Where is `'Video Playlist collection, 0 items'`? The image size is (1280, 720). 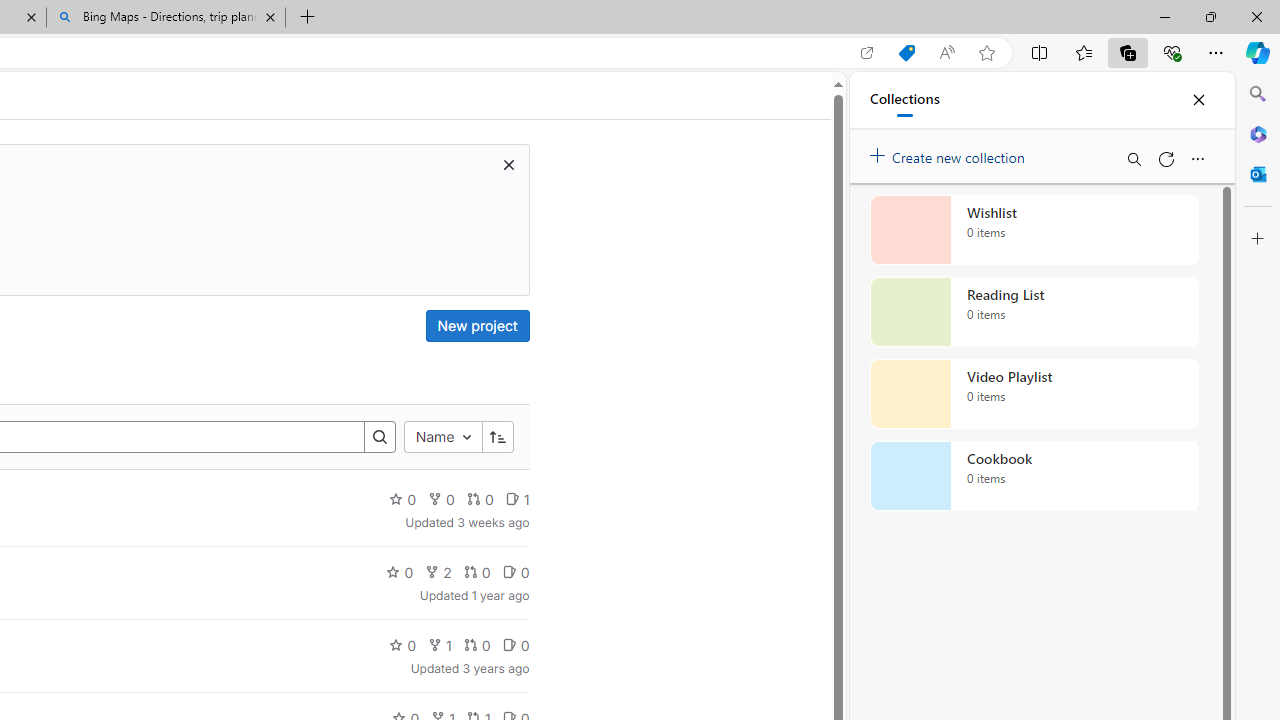 'Video Playlist collection, 0 items' is located at coordinates (1034, 394).